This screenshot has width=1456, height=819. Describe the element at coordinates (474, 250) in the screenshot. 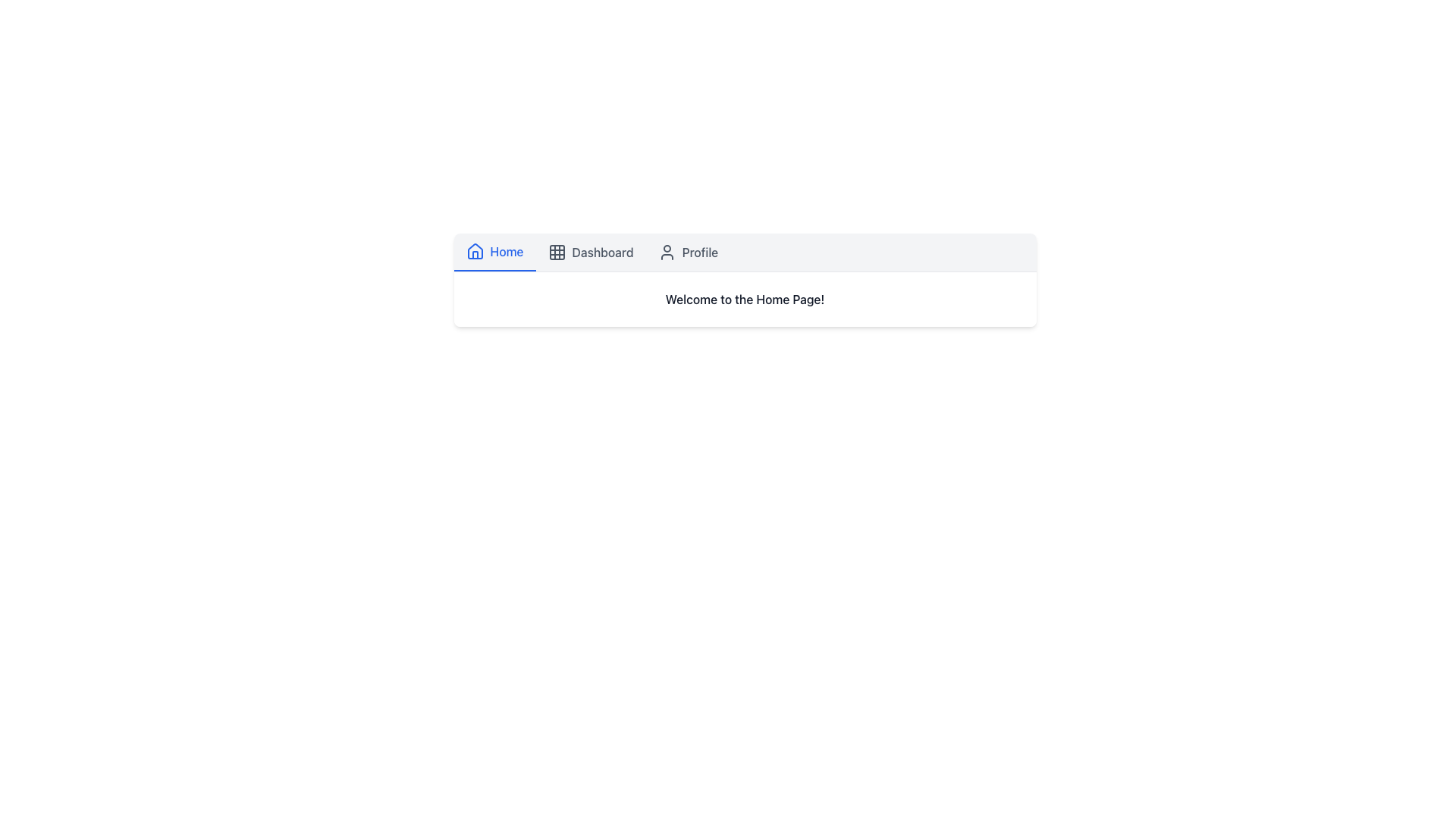

I see `the house-shaped SVG icon with a blue outline located to the left of the 'Home' text in the navigation bar` at that location.